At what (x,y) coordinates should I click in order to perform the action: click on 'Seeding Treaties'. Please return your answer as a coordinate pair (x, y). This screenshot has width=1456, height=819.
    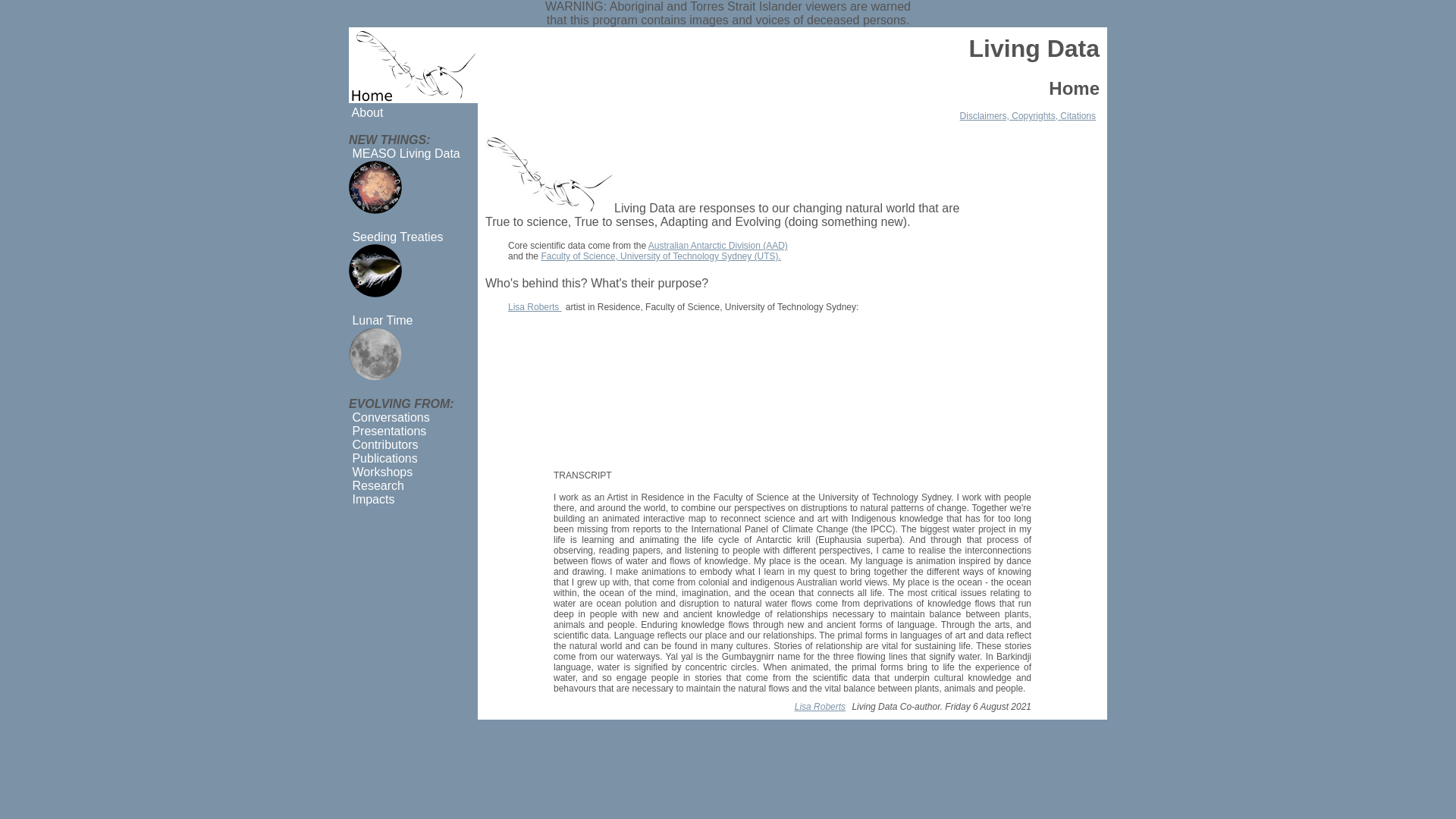
    Looking at the image, I should click on (375, 270).